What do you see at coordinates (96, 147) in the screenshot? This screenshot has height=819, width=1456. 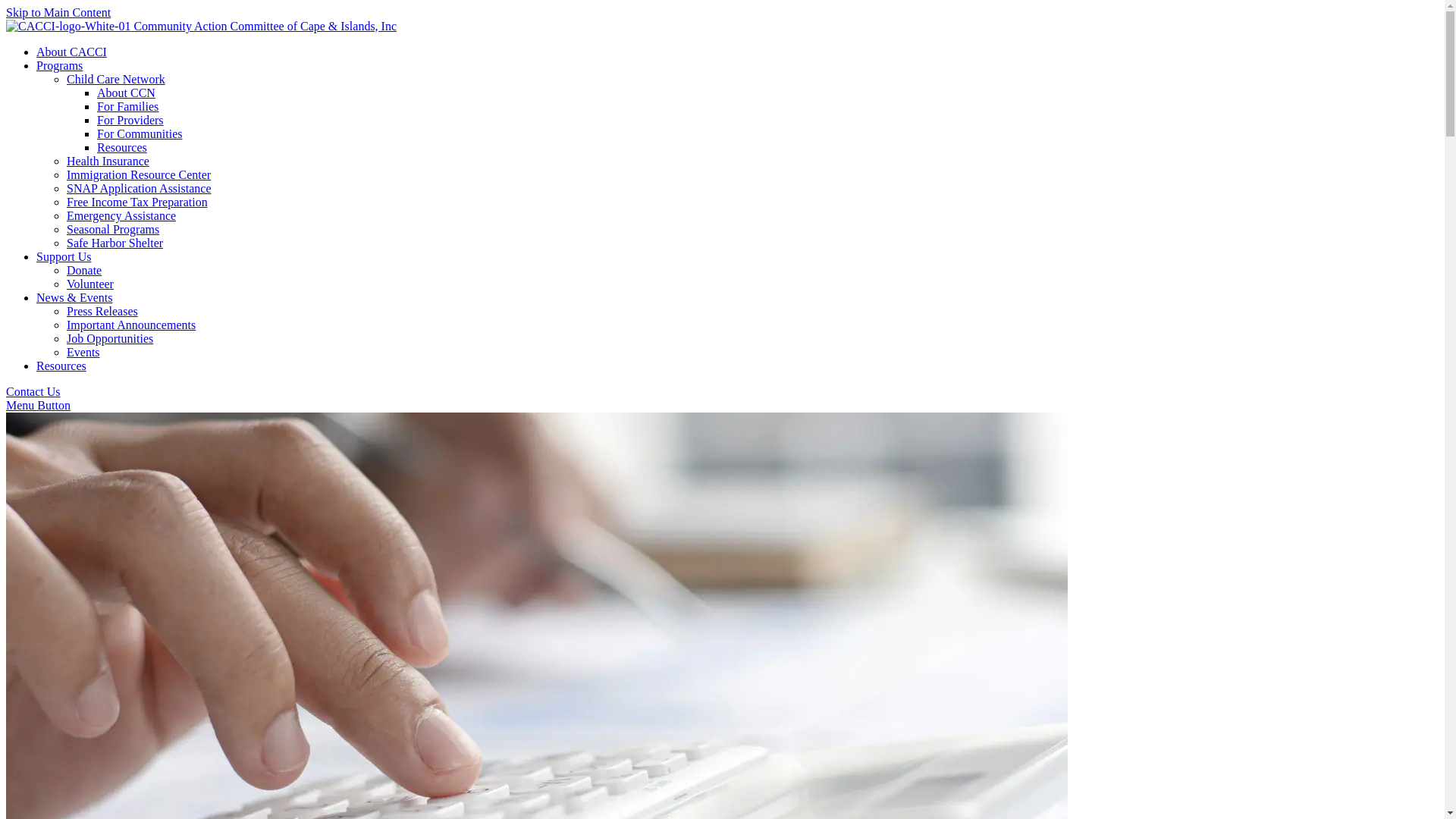 I see `'Resources'` at bounding box center [96, 147].